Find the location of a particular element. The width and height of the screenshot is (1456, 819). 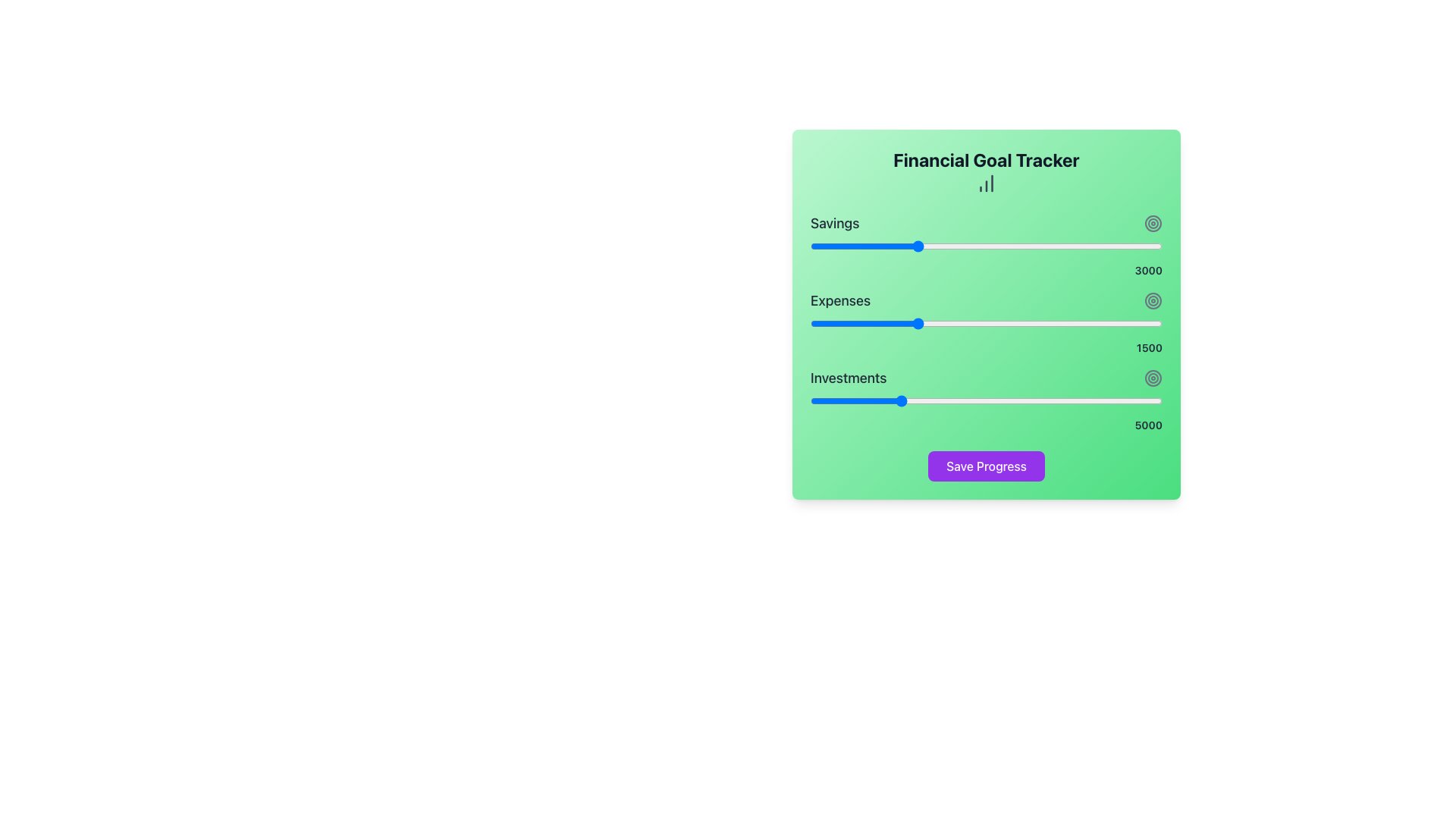

the Savings slider is located at coordinates (951, 245).